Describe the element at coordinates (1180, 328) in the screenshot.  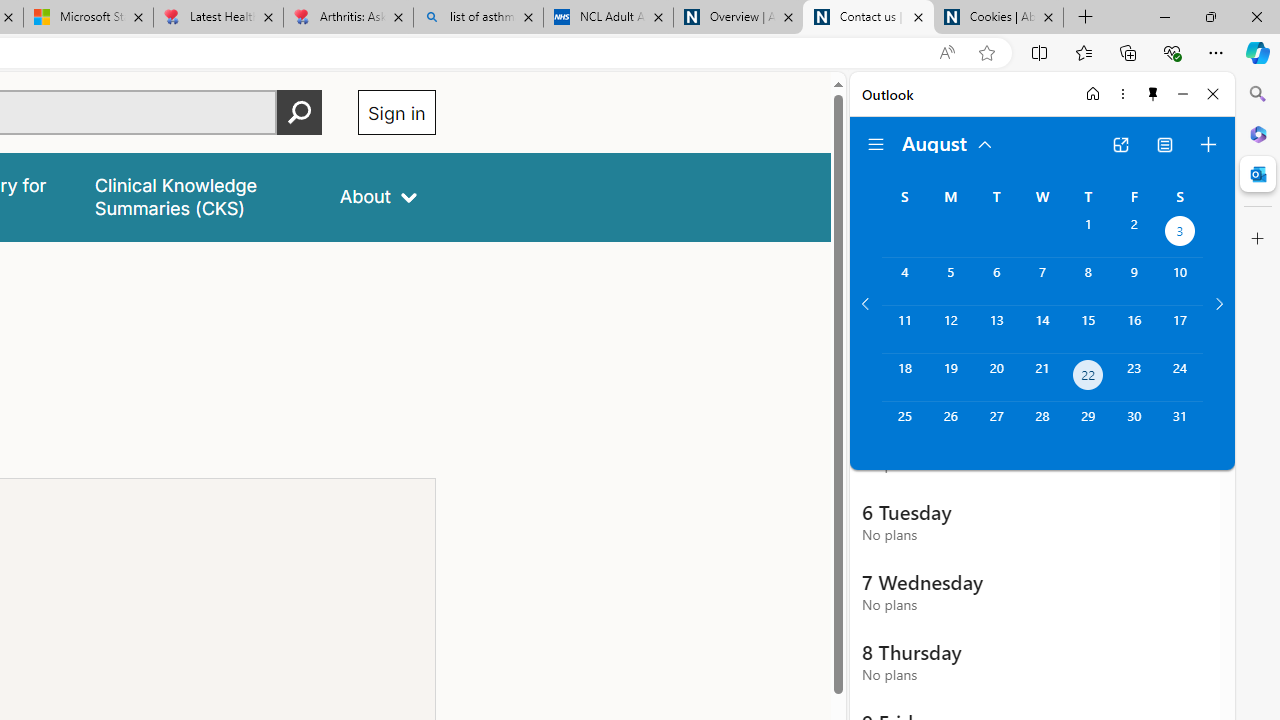
I see `'Saturday, August 17, 2024. '` at that location.